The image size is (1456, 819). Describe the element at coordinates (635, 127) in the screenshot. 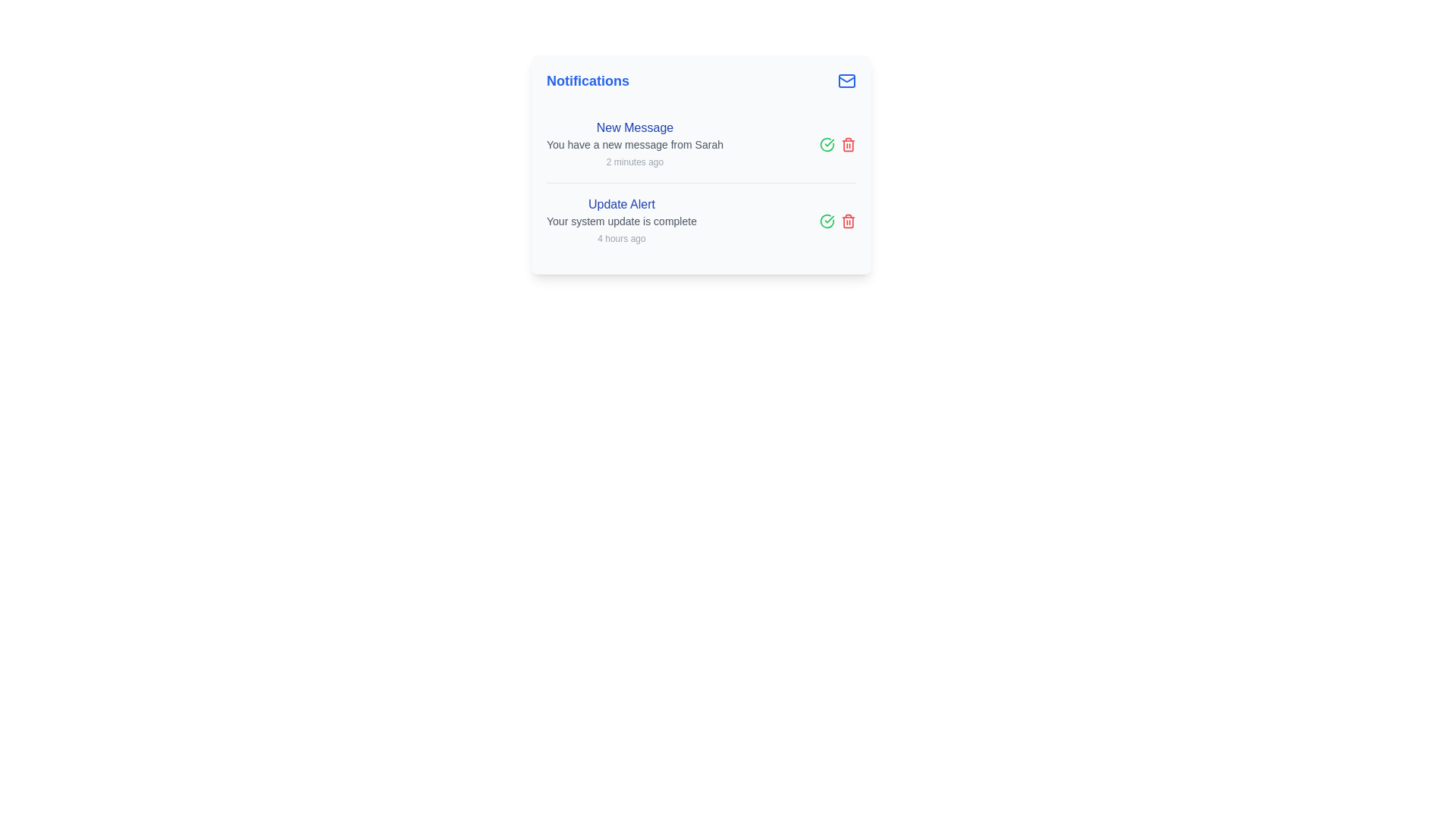

I see `text label that serves as the title for the notification message, located at the top of the notification panel, above the message from Sarah` at that location.